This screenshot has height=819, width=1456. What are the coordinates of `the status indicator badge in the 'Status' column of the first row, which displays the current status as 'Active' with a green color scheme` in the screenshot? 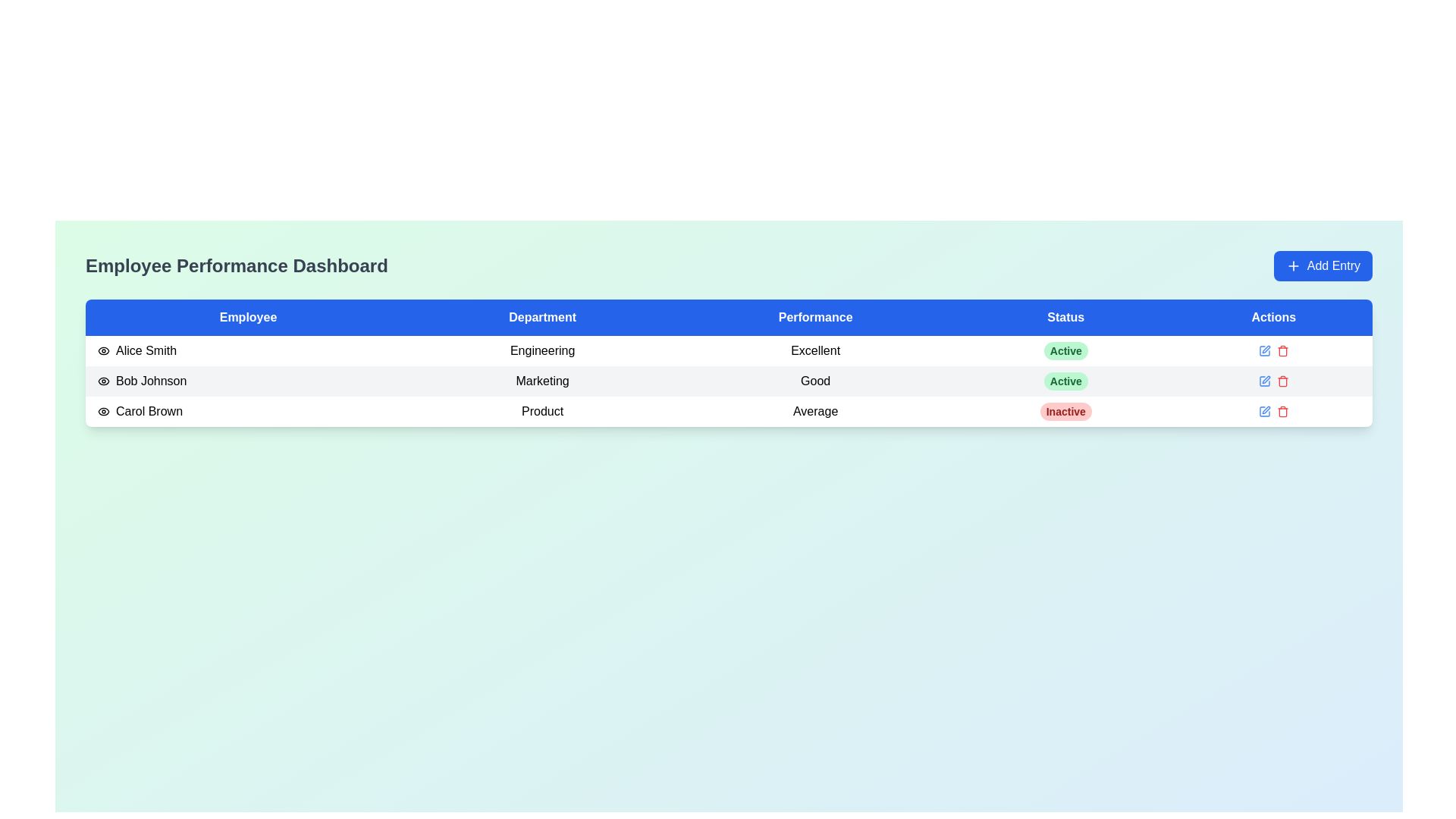 It's located at (1065, 350).